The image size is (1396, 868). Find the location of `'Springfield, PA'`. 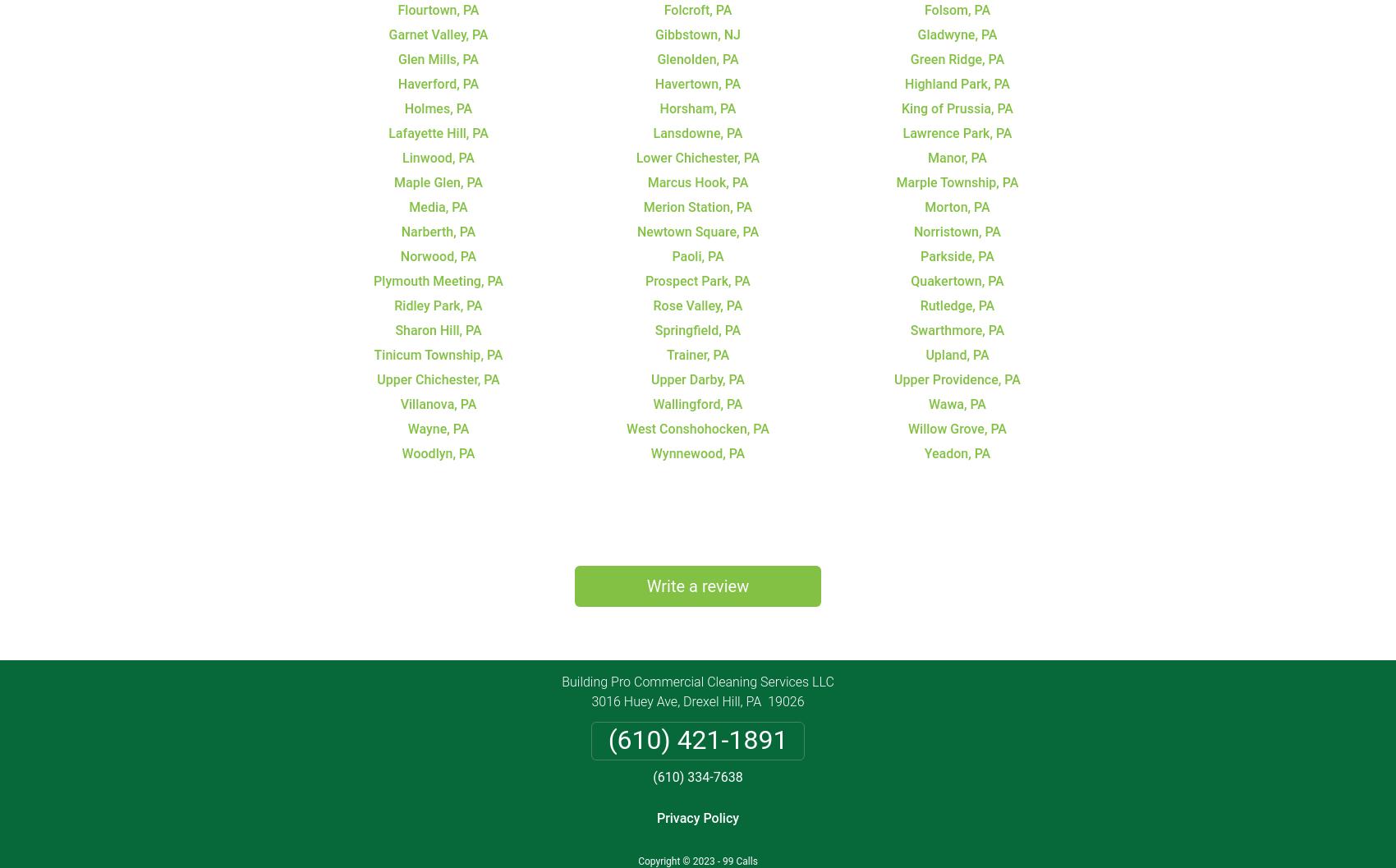

'Springfield, PA' is located at coordinates (696, 328).